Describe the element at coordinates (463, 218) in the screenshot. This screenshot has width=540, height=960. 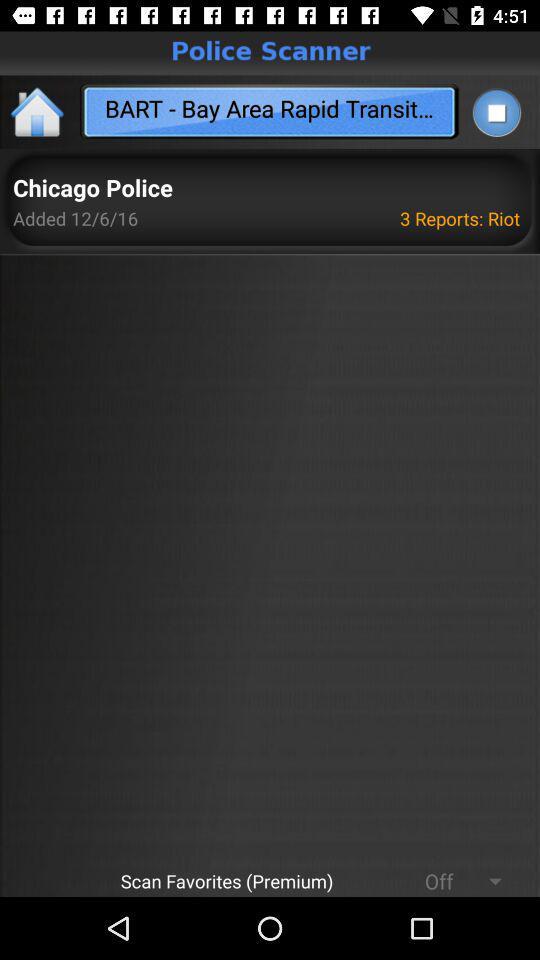
I see `the icon to the right of the chicago police app` at that location.